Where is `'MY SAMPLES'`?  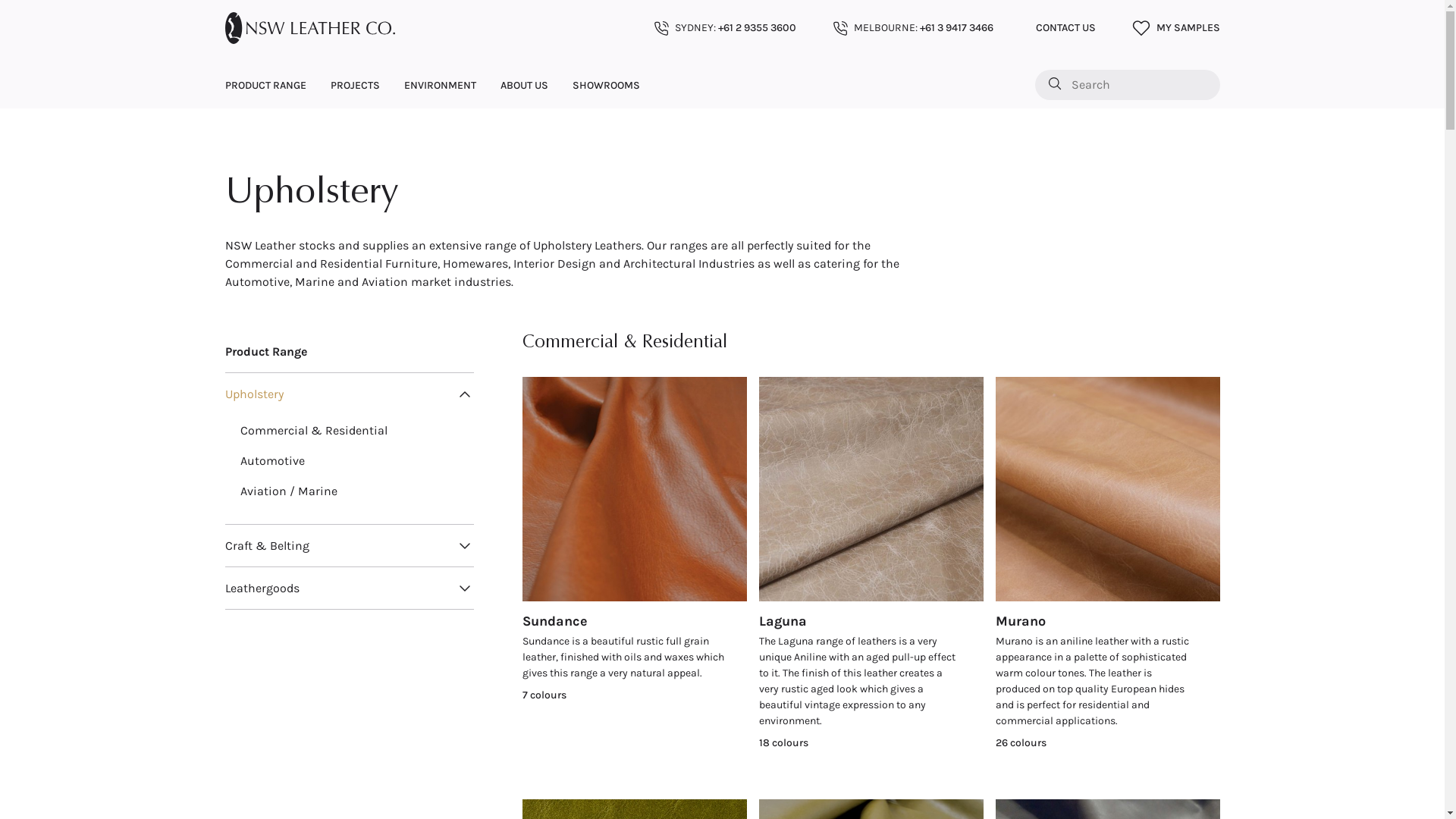
'MY SAMPLES' is located at coordinates (1175, 28).